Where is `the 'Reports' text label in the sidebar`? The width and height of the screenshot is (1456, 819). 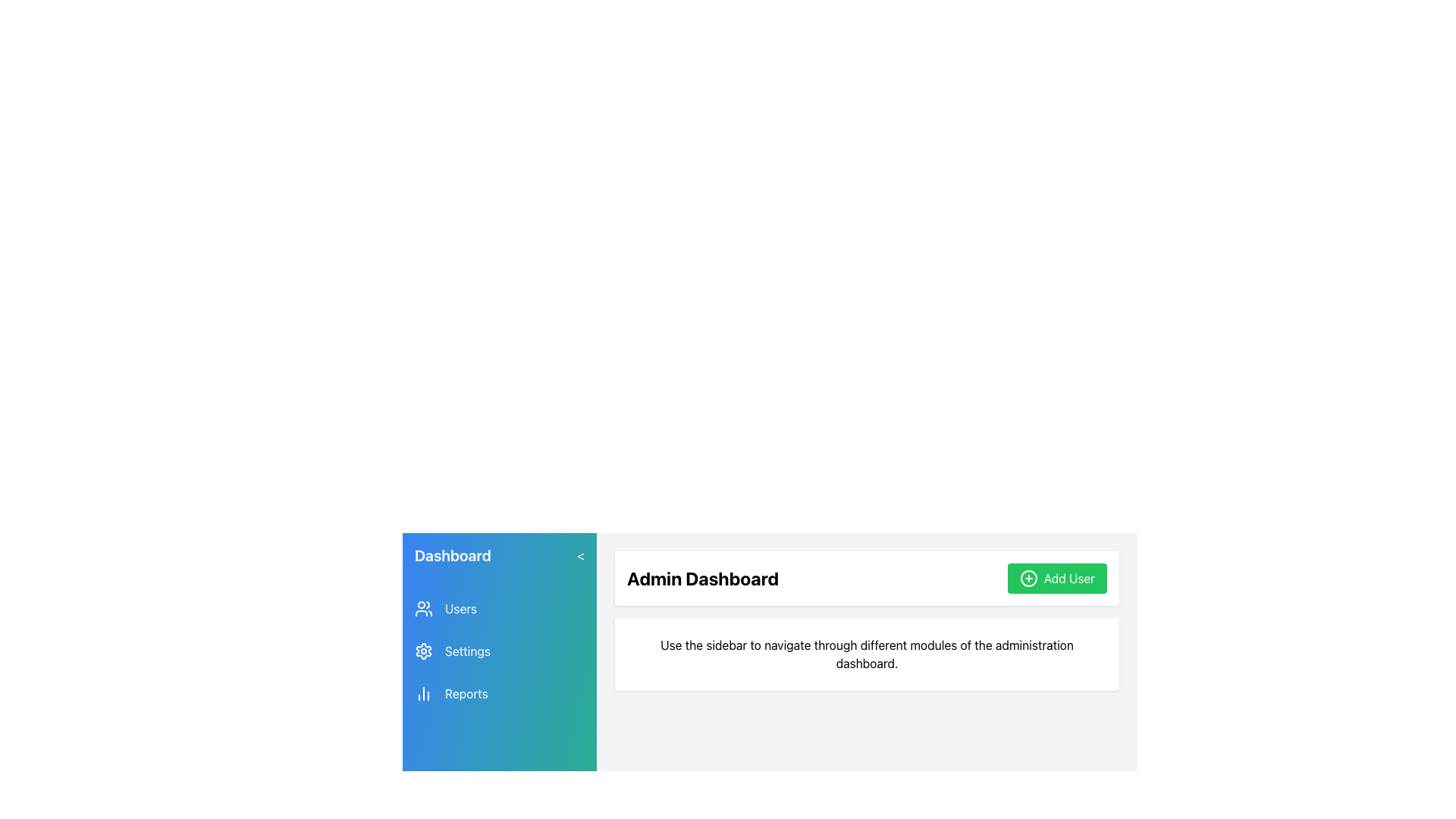 the 'Reports' text label in the sidebar is located at coordinates (466, 693).